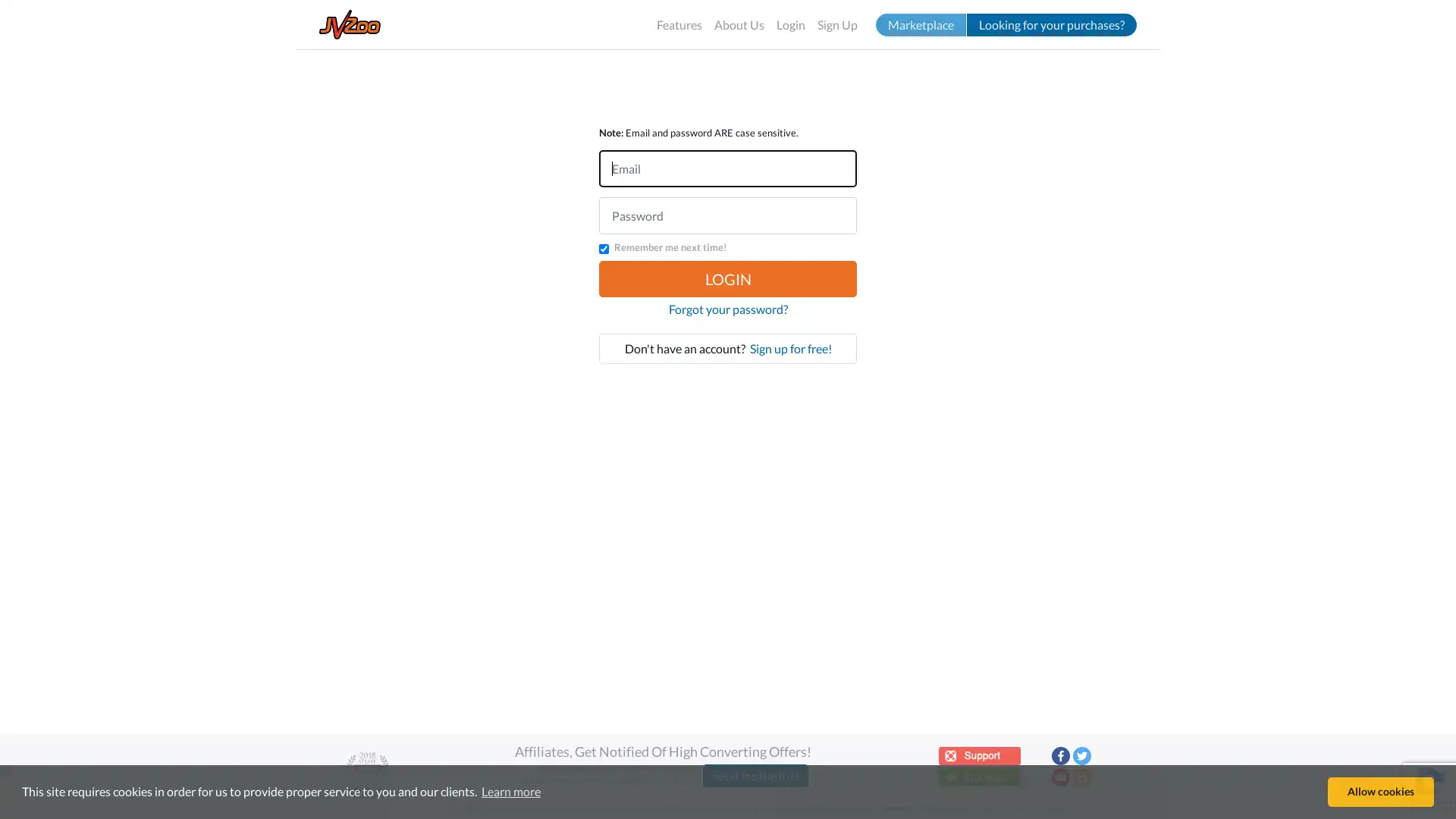  Describe the element at coordinates (728, 278) in the screenshot. I see `LOGIN` at that location.